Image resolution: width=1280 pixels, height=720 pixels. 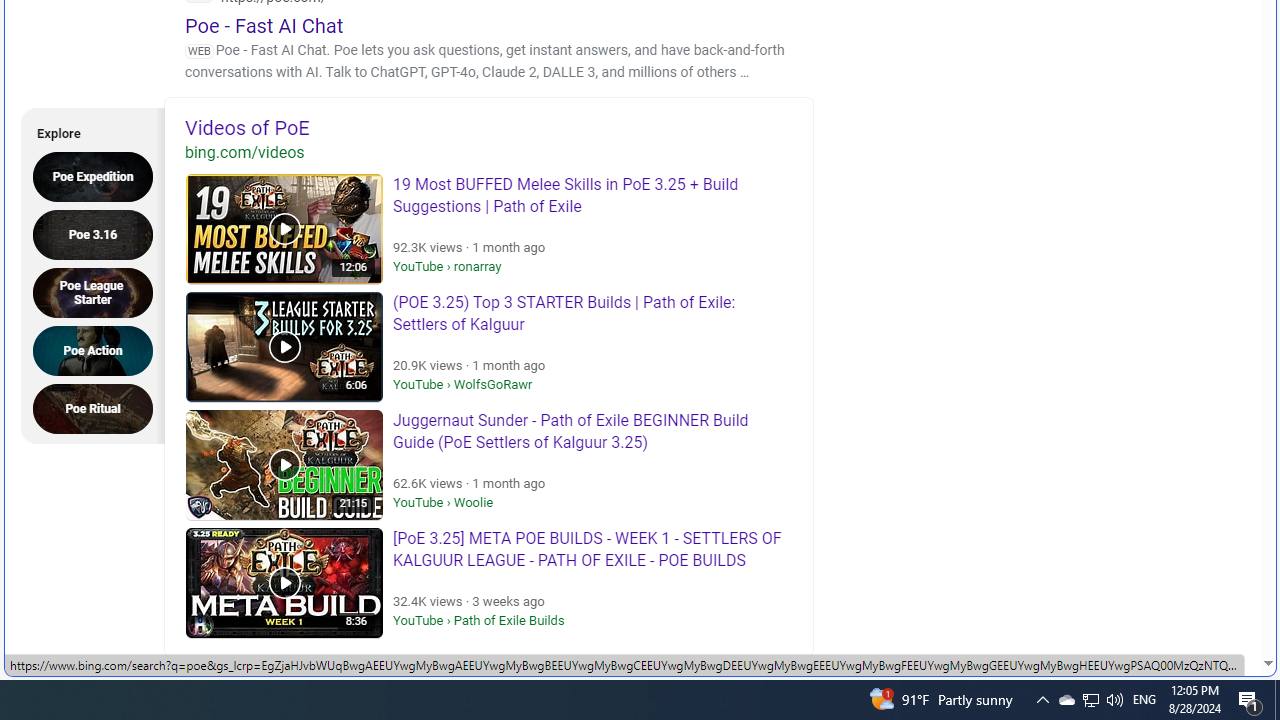 I want to click on 'Poe 3.16', so click(x=98, y=233).